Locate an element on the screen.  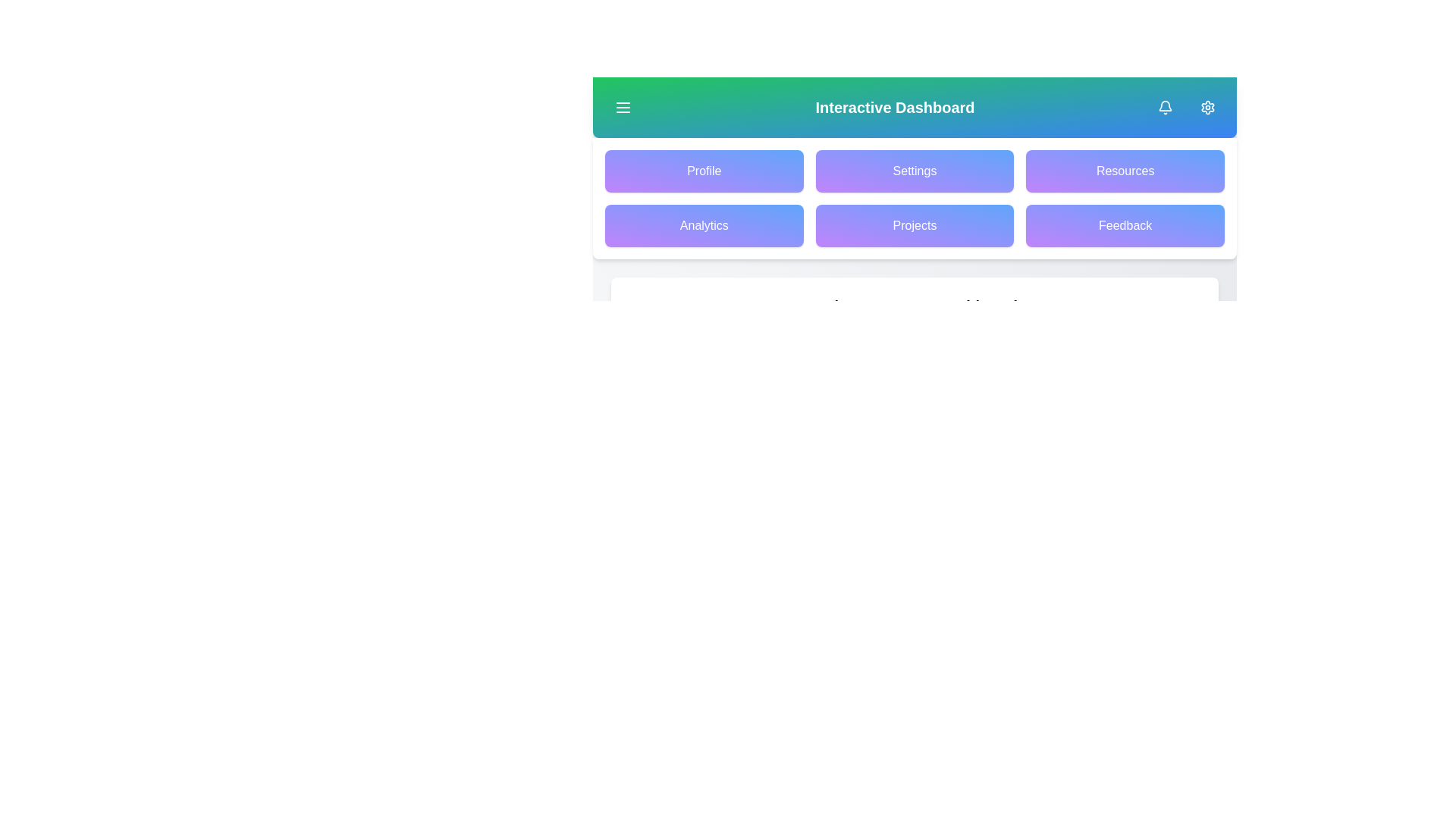
the Analytics button to navigate to the corresponding section is located at coordinates (702, 225).